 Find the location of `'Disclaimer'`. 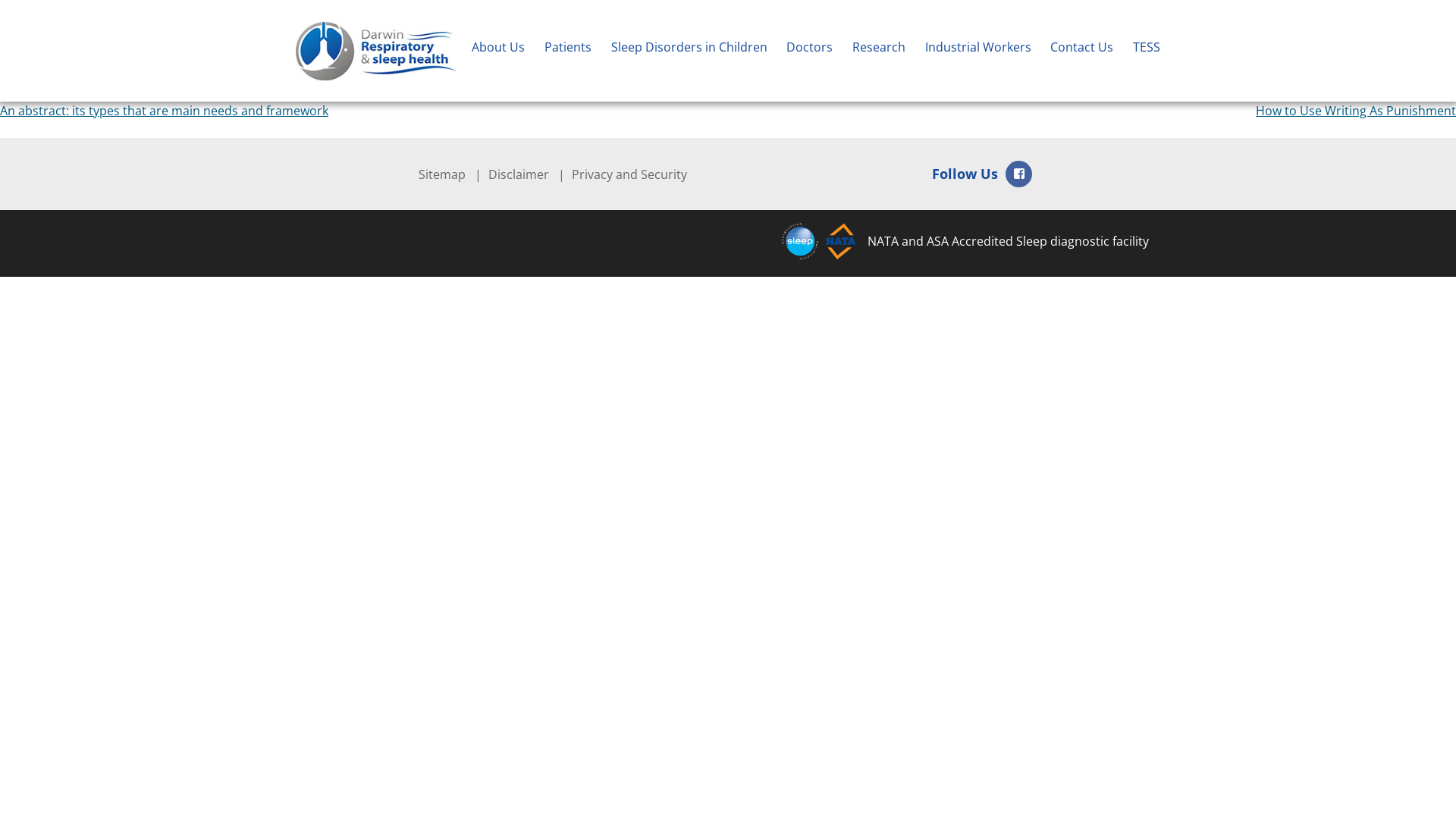

'Disclaimer' is located at coordinates (518, 172).